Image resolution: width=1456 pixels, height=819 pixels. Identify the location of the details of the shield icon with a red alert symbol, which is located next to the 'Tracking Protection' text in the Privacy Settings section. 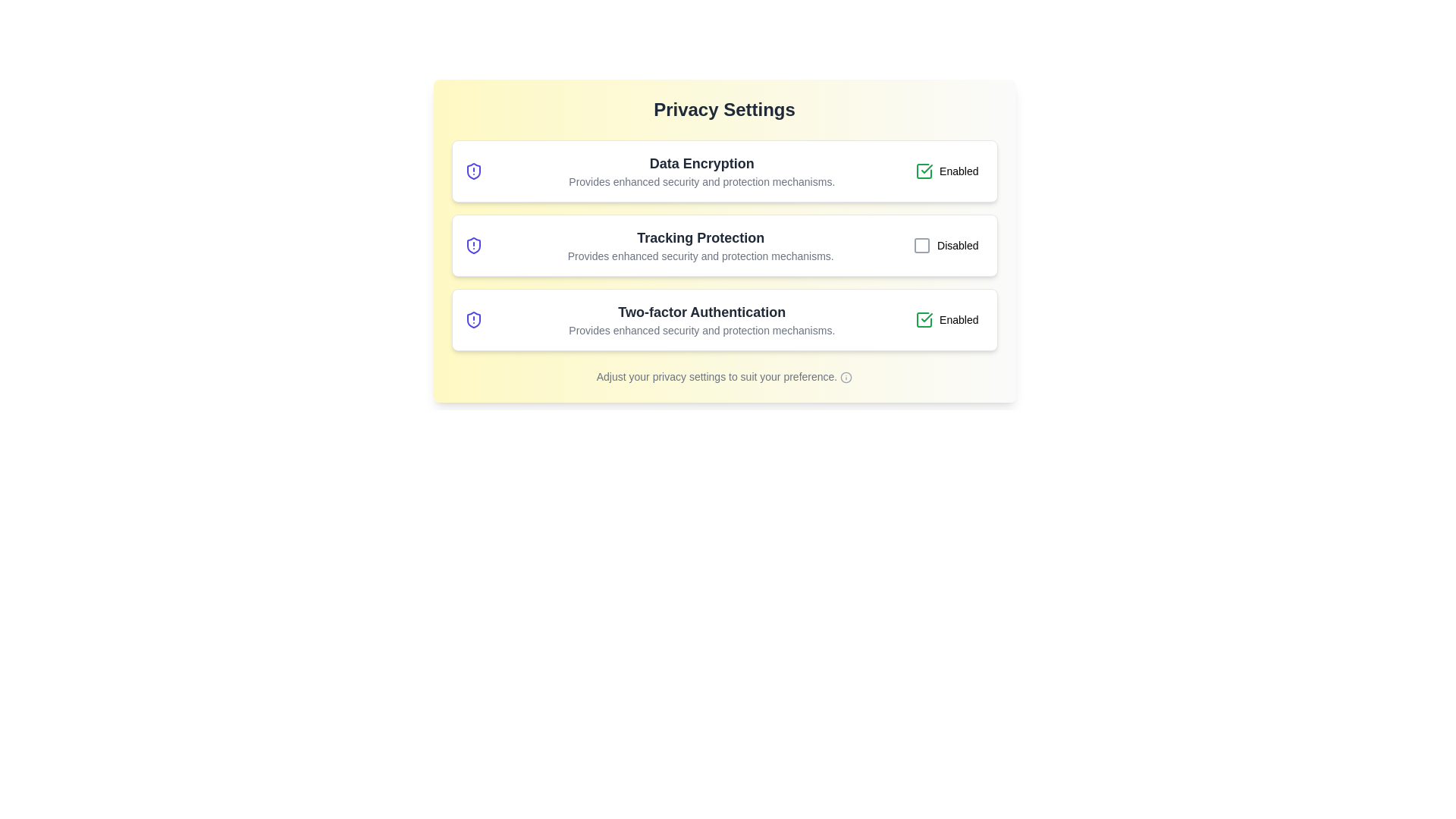
(472, 245).